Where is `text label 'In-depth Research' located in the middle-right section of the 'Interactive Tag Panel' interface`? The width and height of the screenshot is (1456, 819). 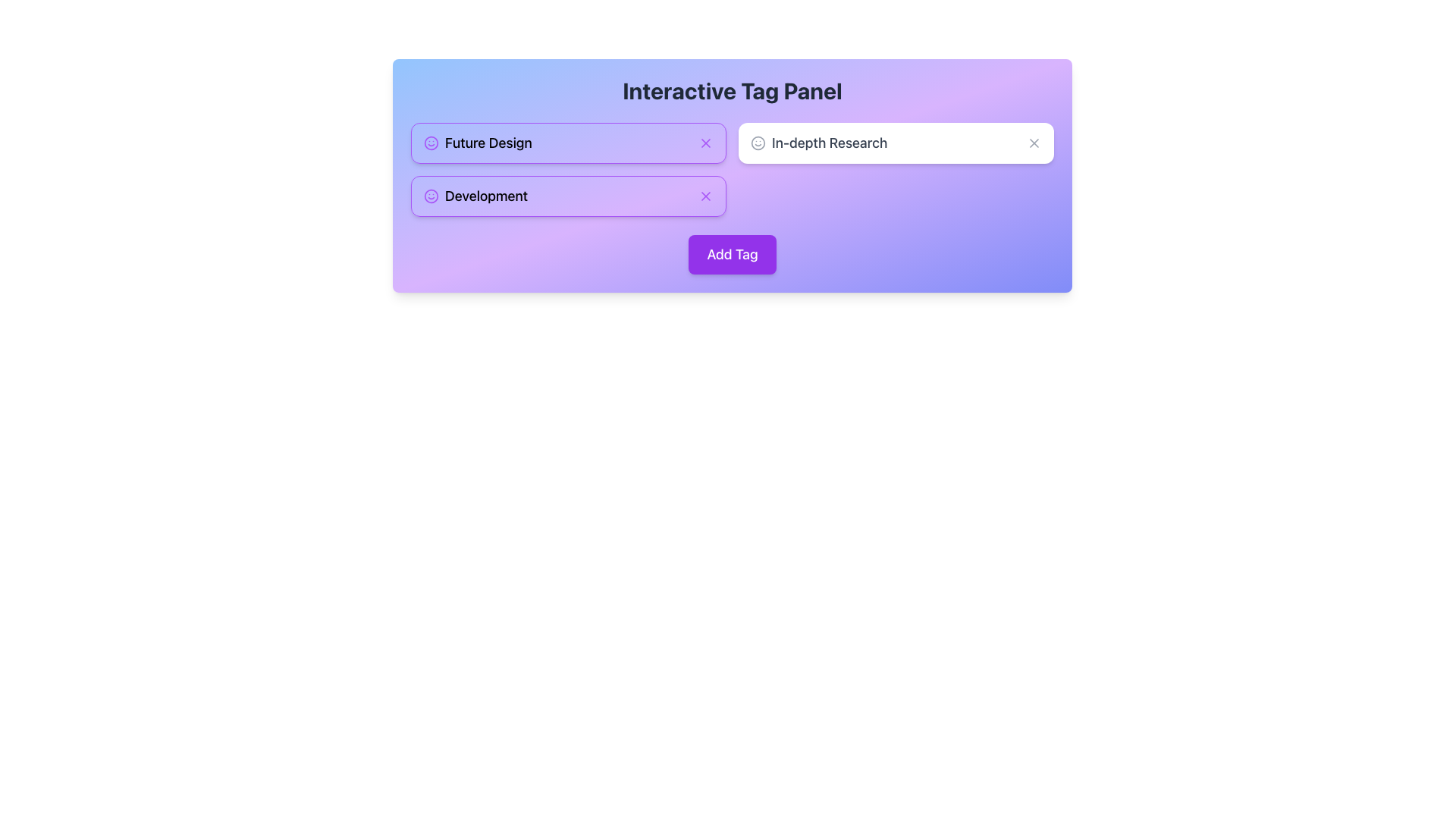 text label 'In-depth Research' located in the middle-right section of the 'Interactive Tag Panel' interface is located at coordinates (829, 143).